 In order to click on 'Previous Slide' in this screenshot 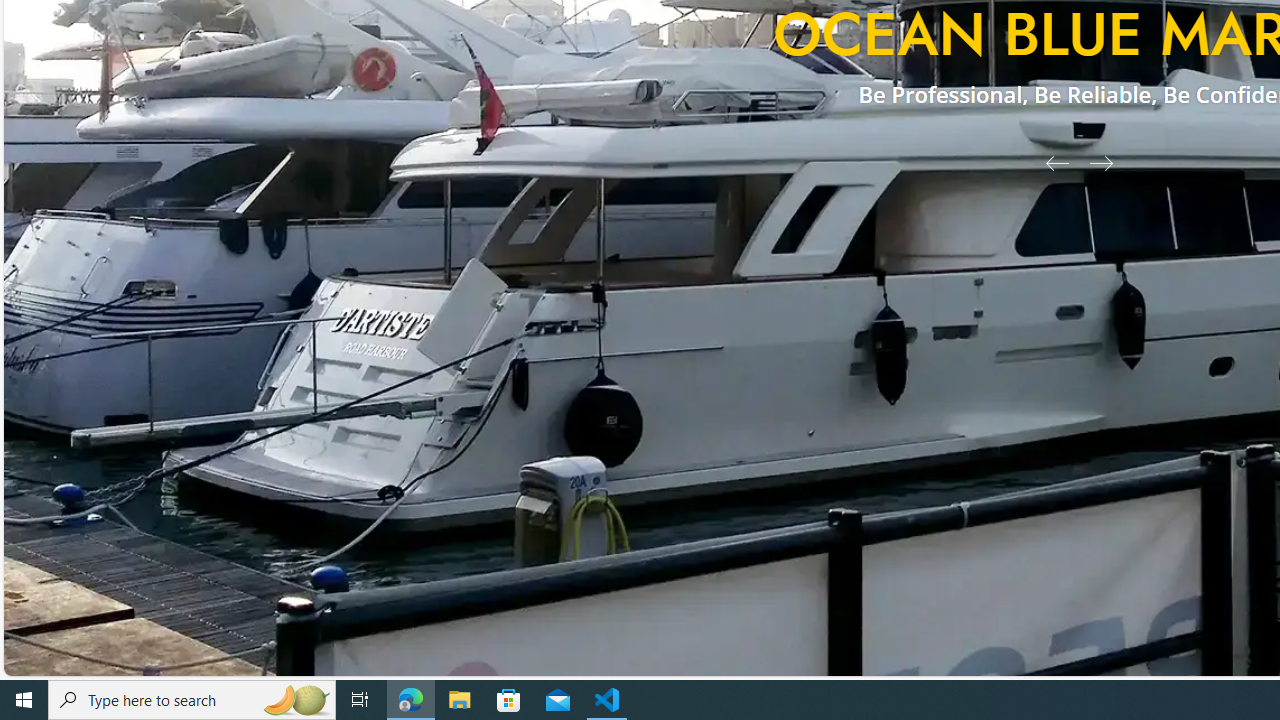, I will do `click(1049, 161)`.